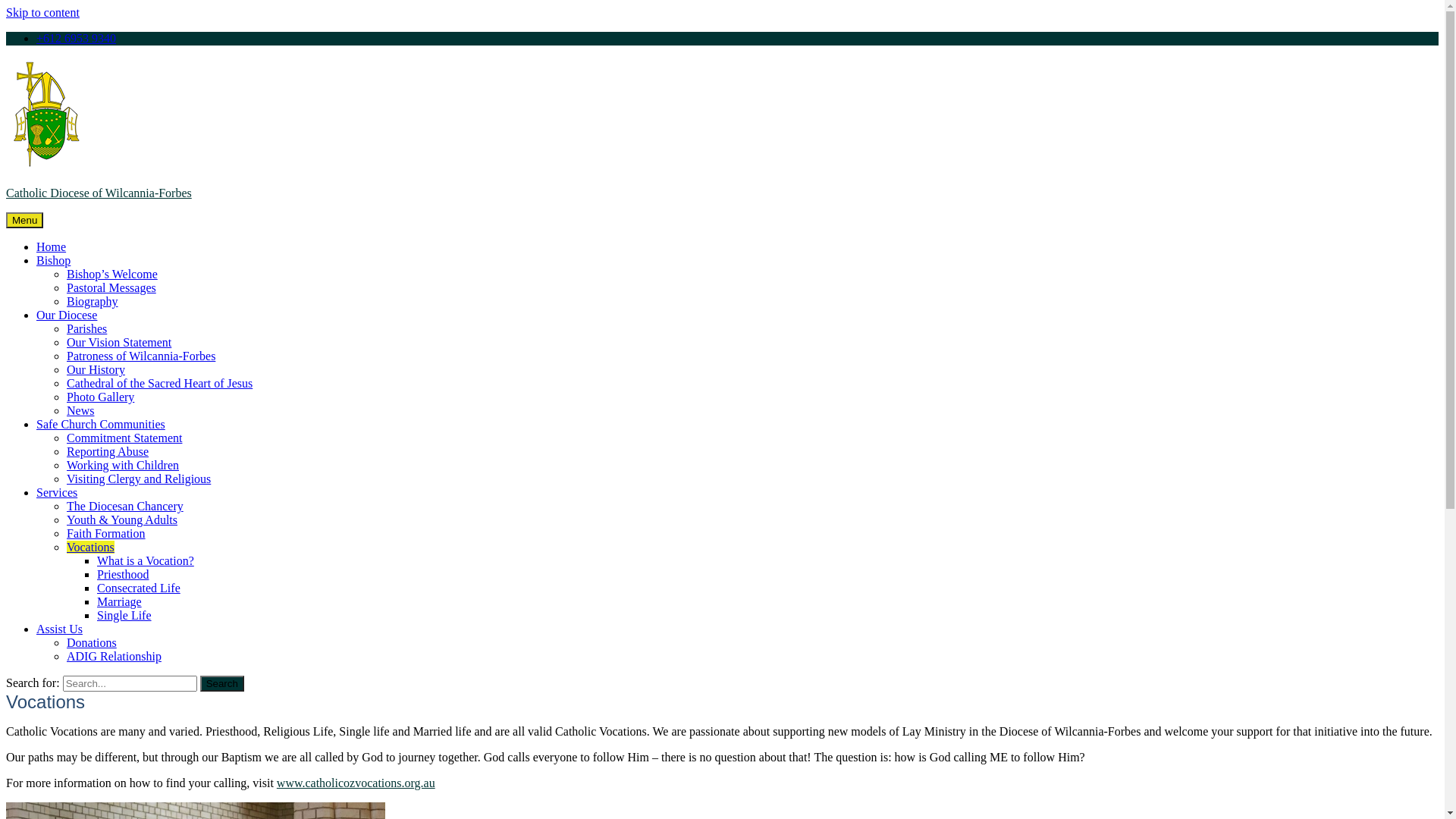 This screenshot has height=819, width=1456. What do you see at coordinates (6, 12) in the screenshot?
I see `'Skip to content'` at bounding box center [6, 12].